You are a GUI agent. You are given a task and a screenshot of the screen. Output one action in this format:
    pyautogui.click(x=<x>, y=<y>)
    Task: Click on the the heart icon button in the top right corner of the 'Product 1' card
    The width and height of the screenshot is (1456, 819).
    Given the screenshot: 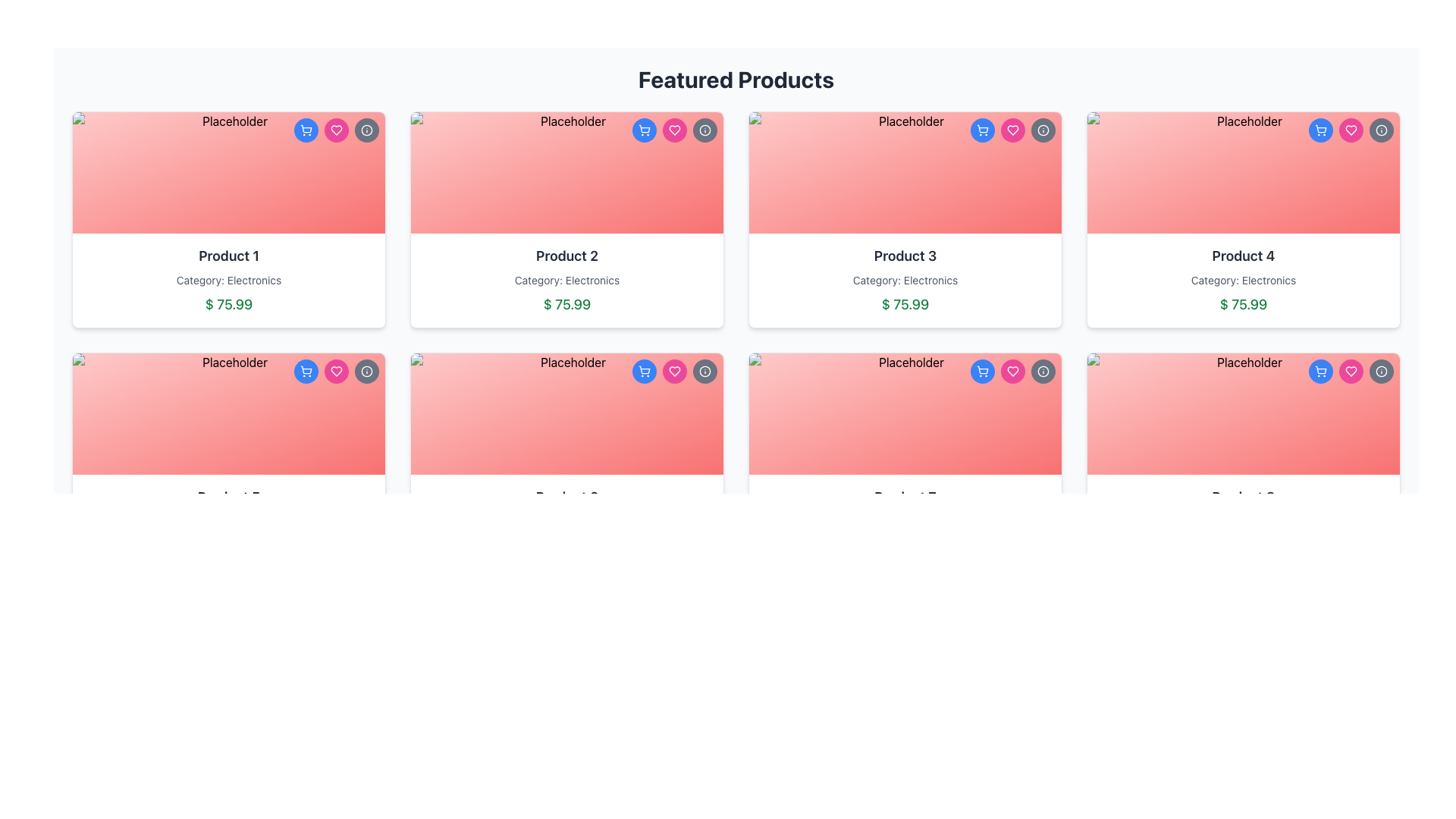 What is the action you would take?
    pyautogui.click(x=336, y=371)
    